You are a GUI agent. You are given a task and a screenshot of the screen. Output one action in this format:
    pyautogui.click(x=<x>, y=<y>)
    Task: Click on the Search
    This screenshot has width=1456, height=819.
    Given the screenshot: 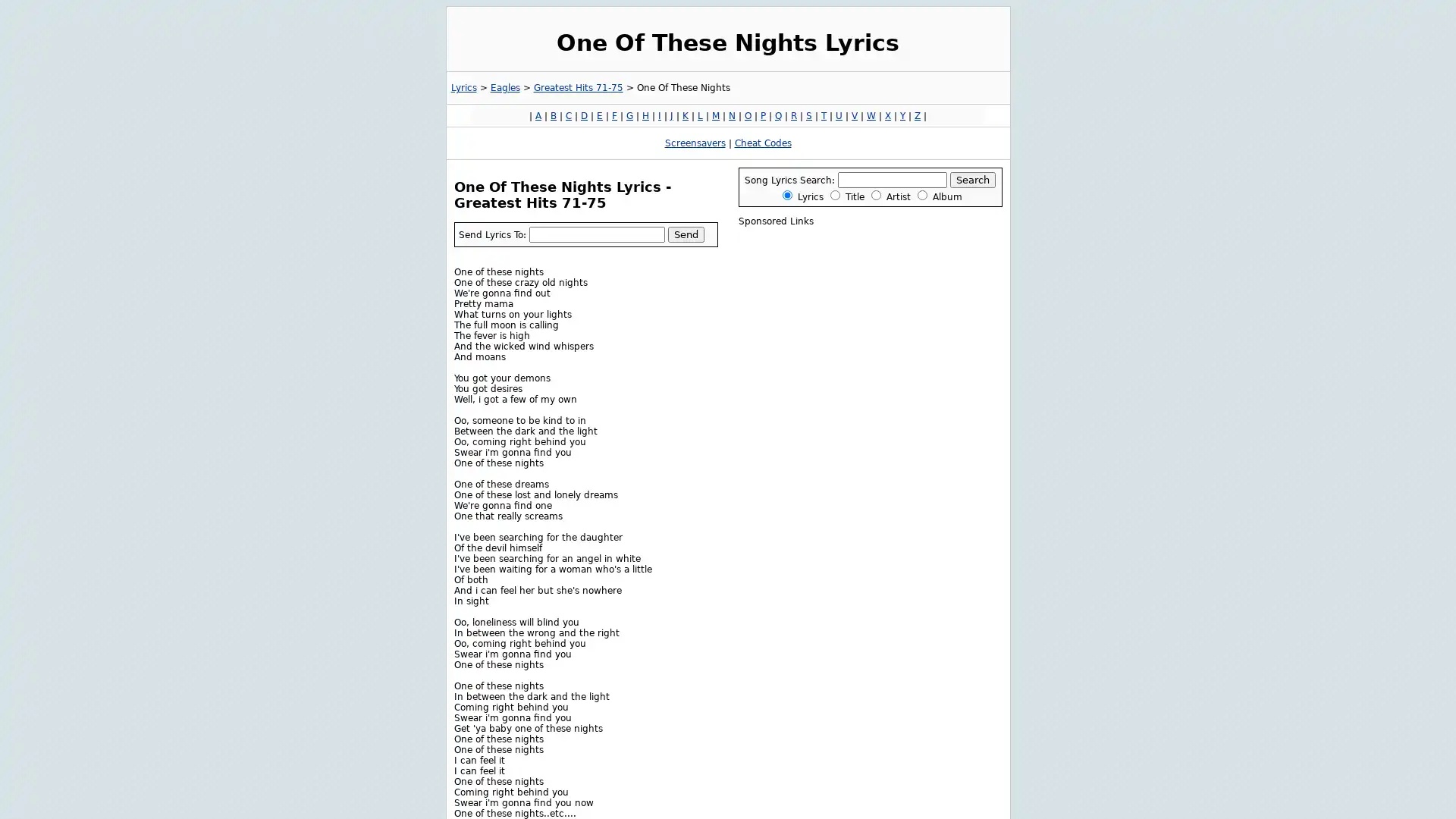 What is the action you would take?
    pyautogui.click(x=972, y=179)
    